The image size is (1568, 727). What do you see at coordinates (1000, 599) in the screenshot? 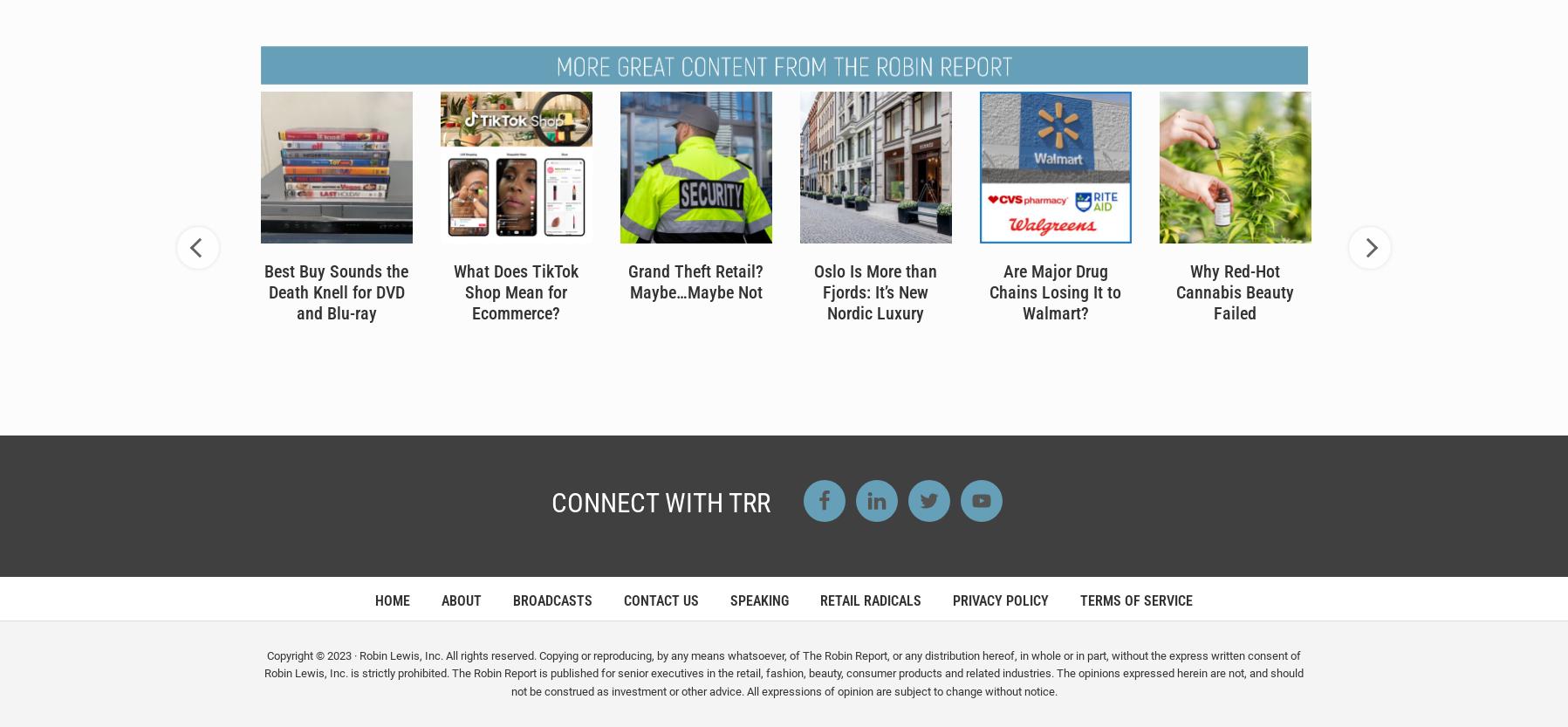
I see `'Privacy Policy'` at bounding box center [1000, 599].